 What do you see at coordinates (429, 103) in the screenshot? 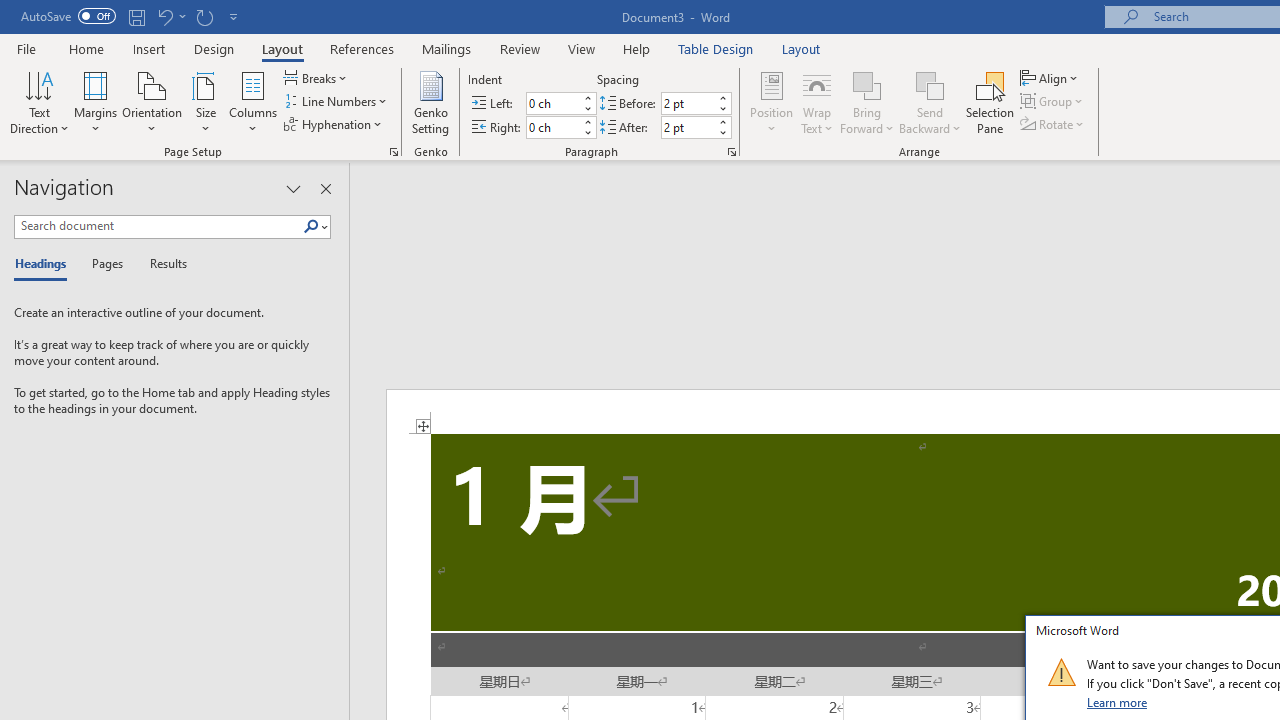
I see `'Genko Setting...'` at bounding box center [429, 103].